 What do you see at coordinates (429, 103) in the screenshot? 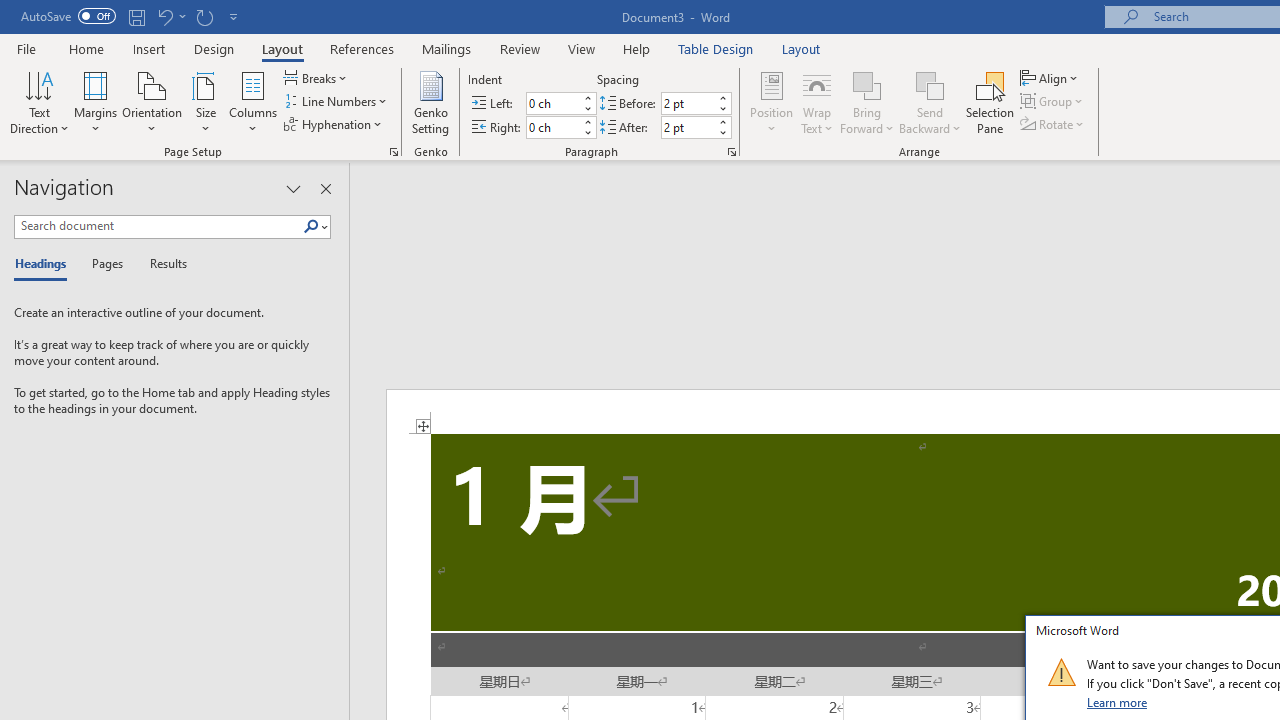
I see `'Genko Setting...'` at bounding box center [429, 103].